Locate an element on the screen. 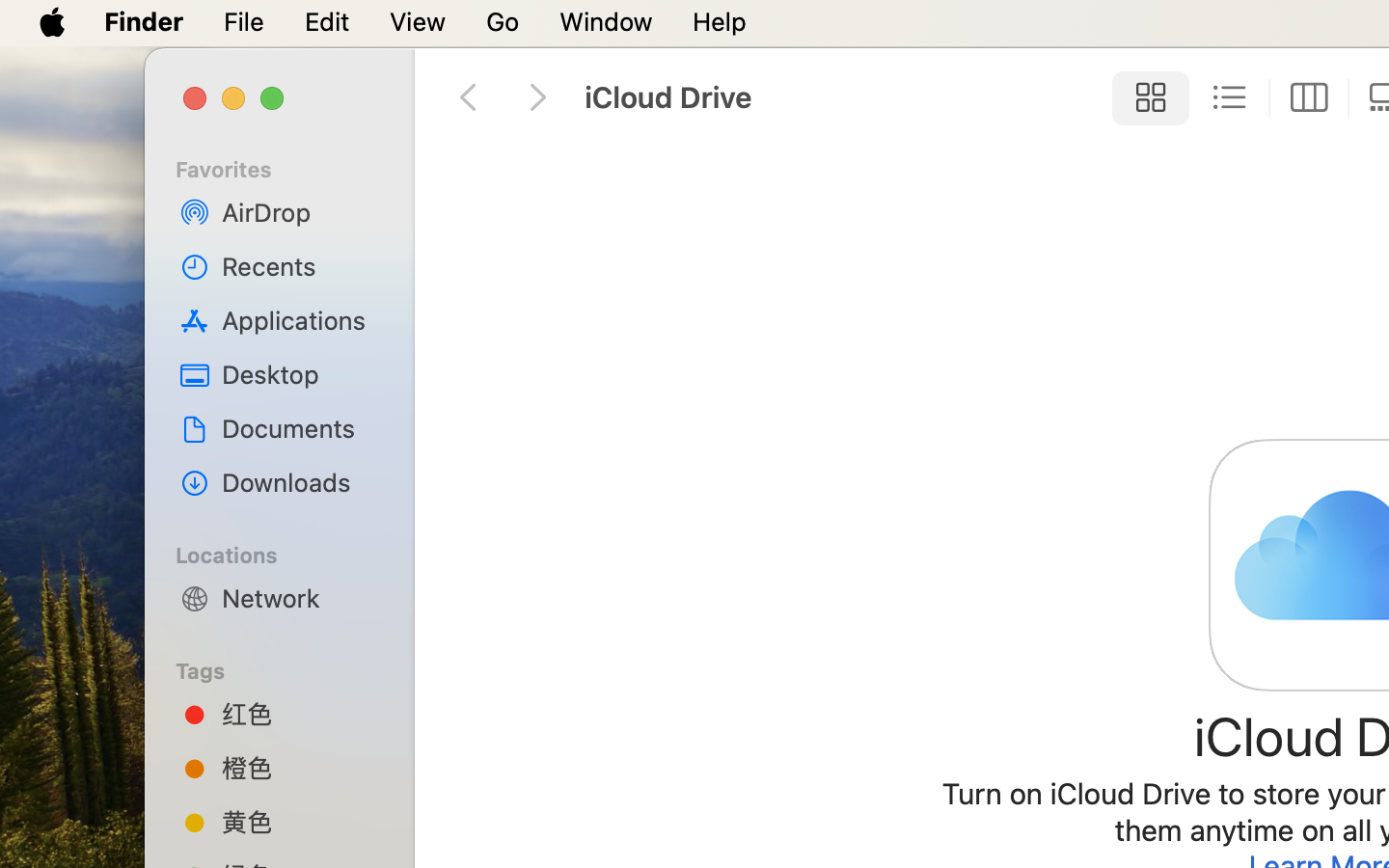 Image resolution: width=1389 pixels, height=868 pixels. 'Tags' is located at coordinates (288, 667).